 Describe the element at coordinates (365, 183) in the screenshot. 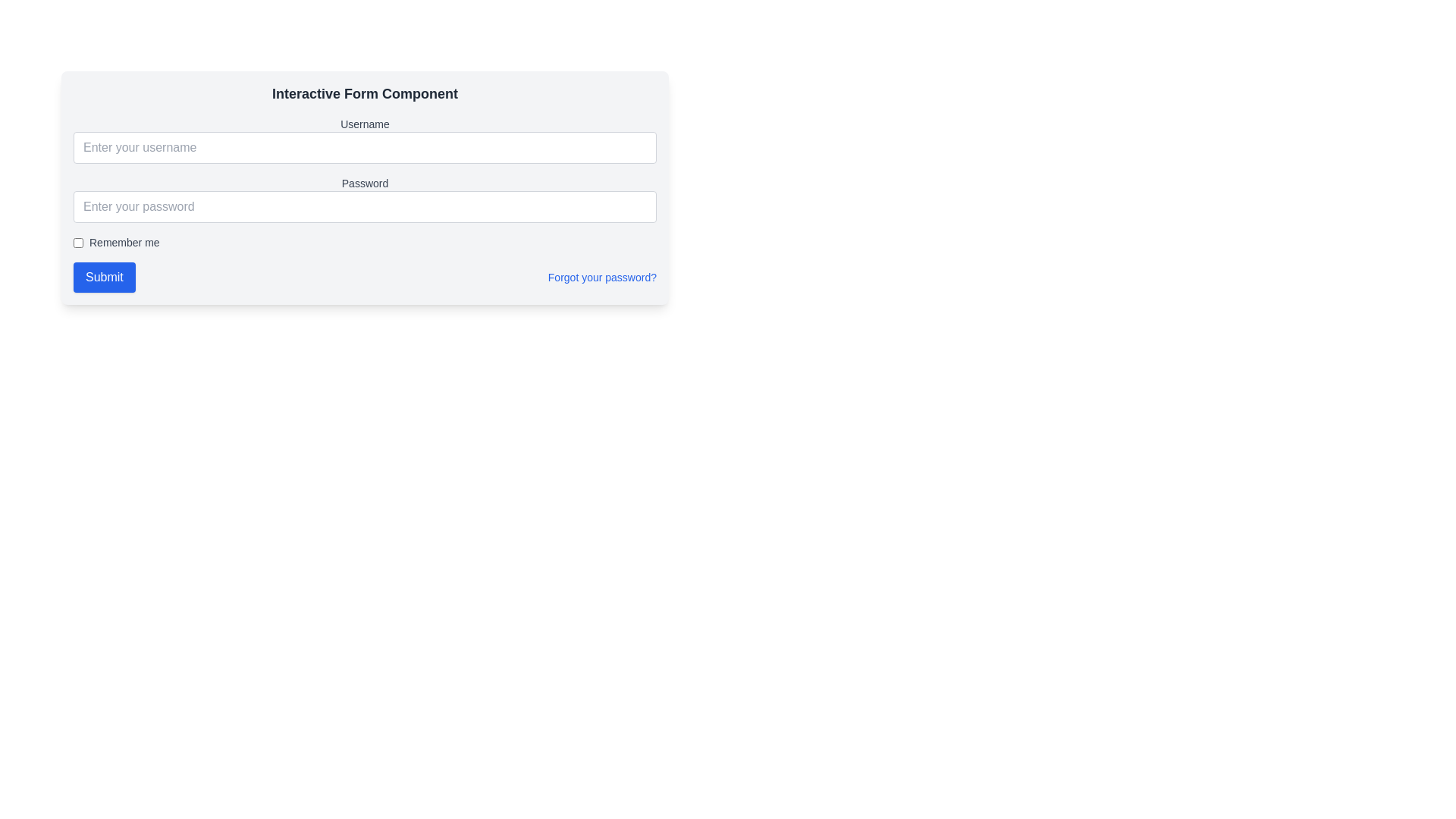

I see `text label that guides users to input their password in the associated field, located above the password input field` at that location.